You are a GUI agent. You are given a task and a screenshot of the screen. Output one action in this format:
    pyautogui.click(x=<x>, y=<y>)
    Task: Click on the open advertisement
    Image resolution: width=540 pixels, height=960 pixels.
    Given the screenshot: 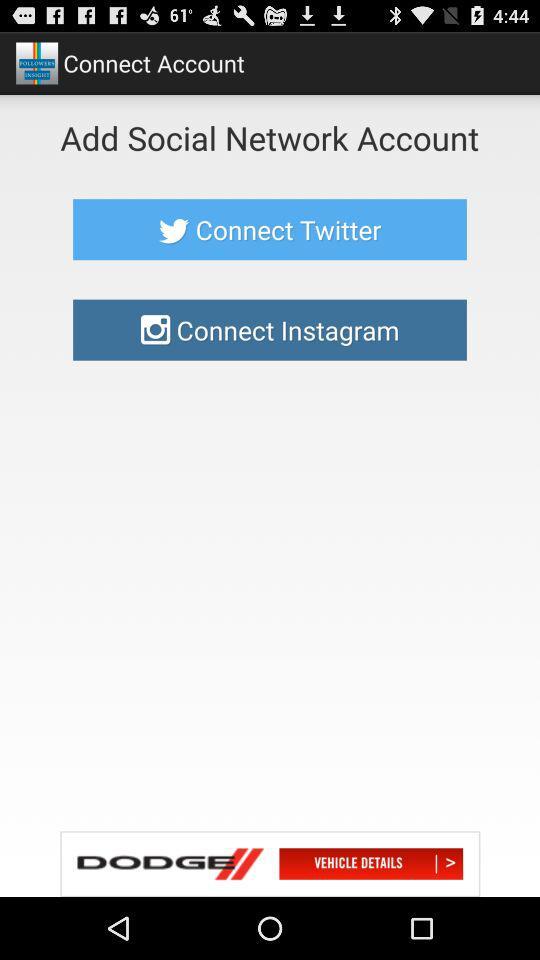 What is the action you would take?
    pyautogui.click(x=270, y=863)
    